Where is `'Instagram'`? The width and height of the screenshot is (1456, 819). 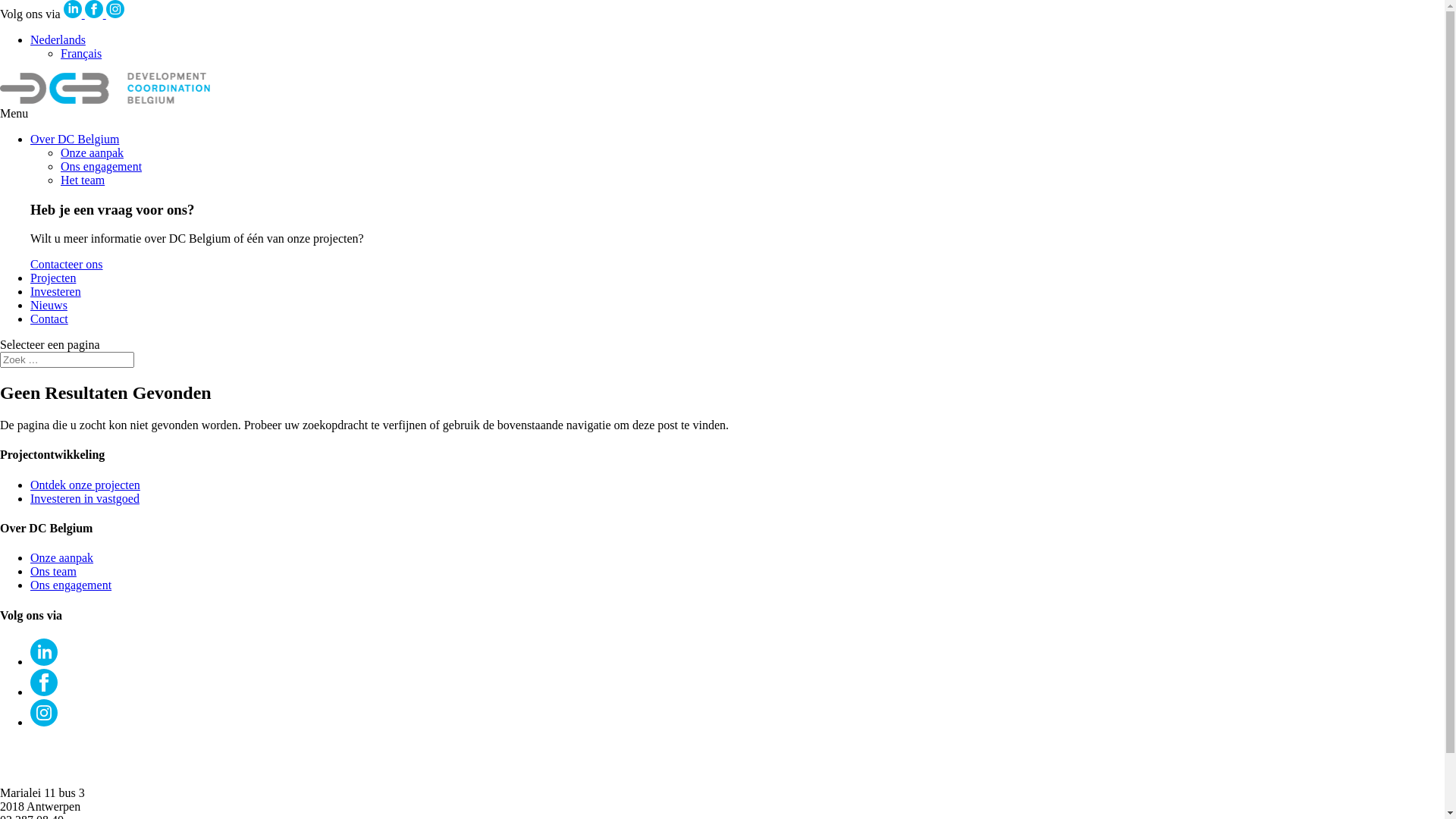
'Instagram' is located at coordinates (115, 8).